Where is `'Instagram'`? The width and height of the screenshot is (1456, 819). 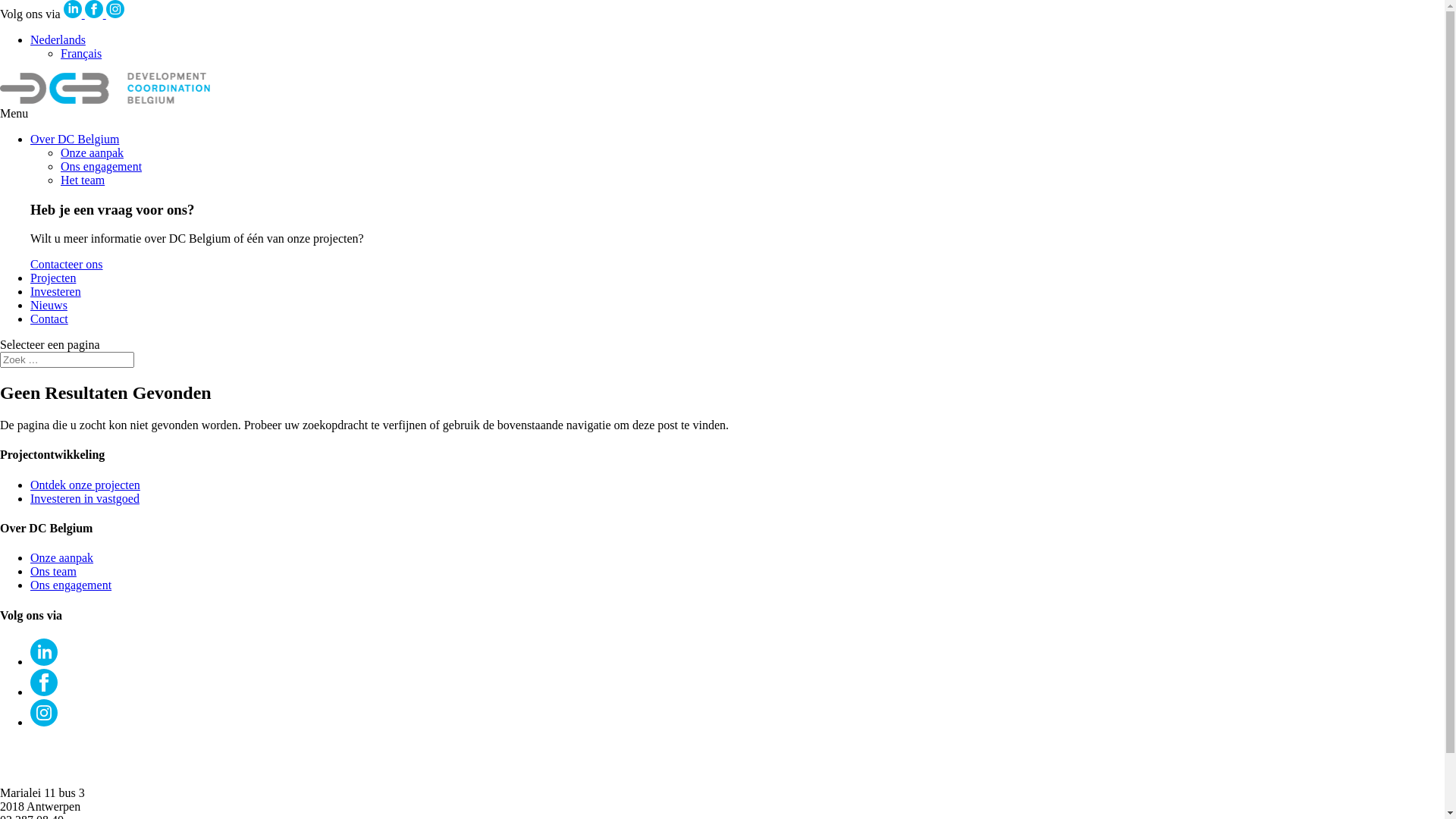
'Instagram' is located at coordinates (115, 8).